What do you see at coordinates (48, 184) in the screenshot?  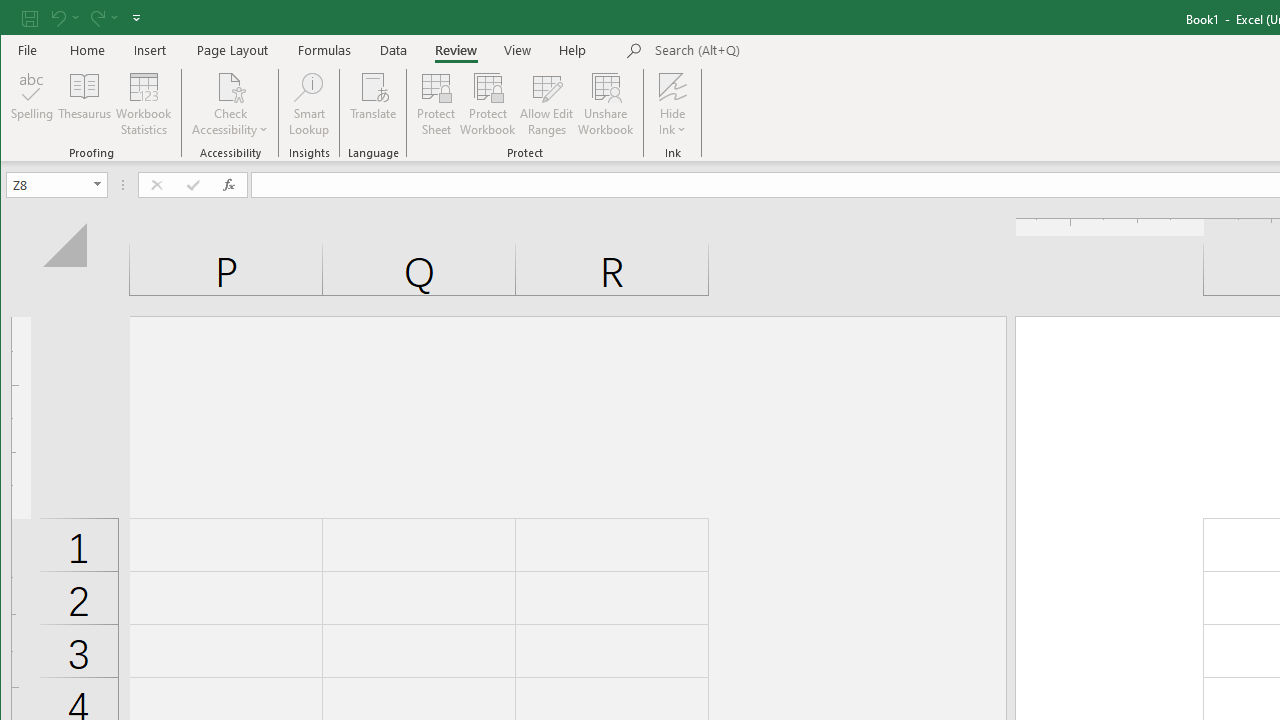 I see `'Name Box'` at bounding box center [48, 184].